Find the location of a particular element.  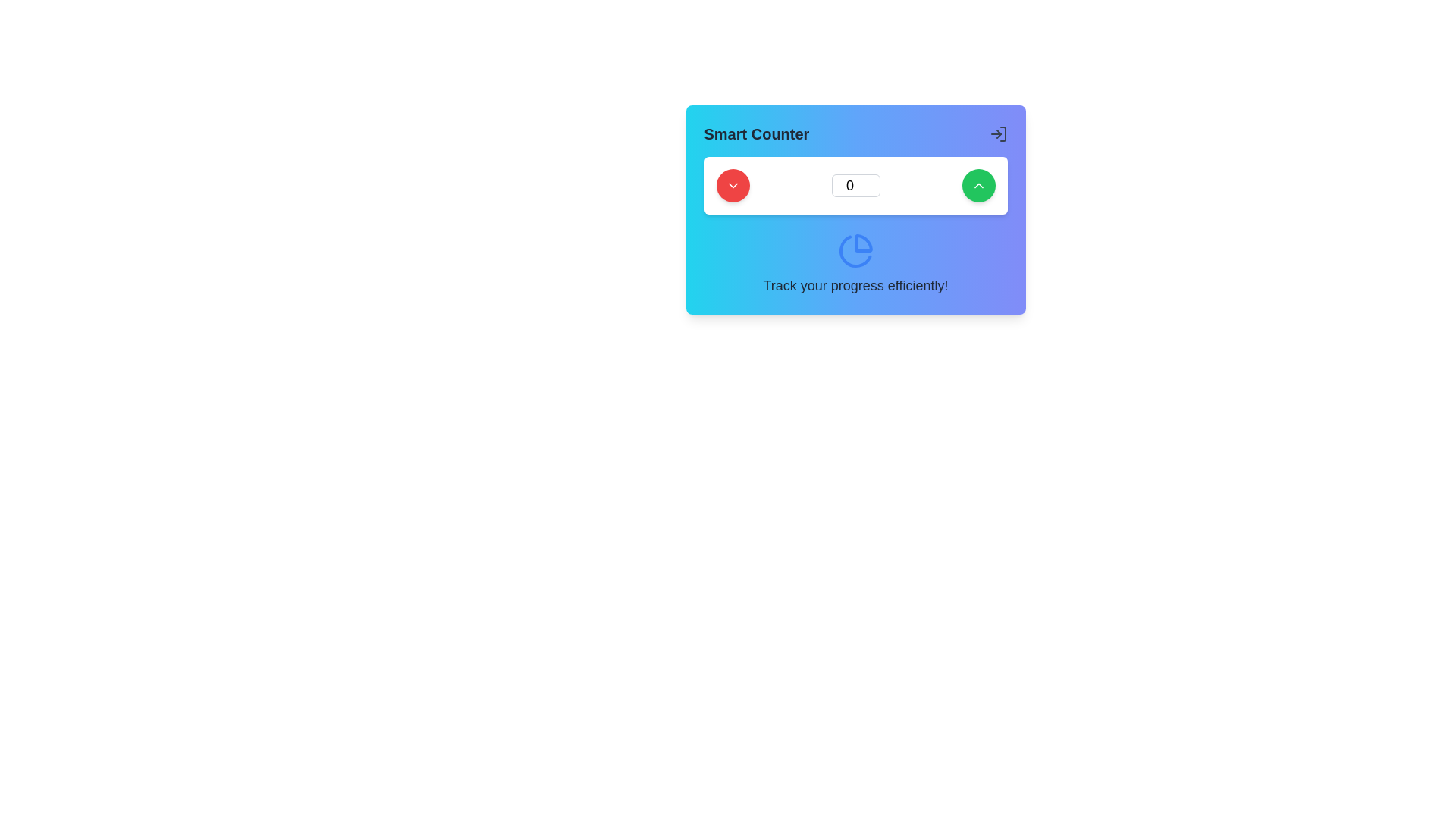

the decrement button is located at coordinates (733, 185).